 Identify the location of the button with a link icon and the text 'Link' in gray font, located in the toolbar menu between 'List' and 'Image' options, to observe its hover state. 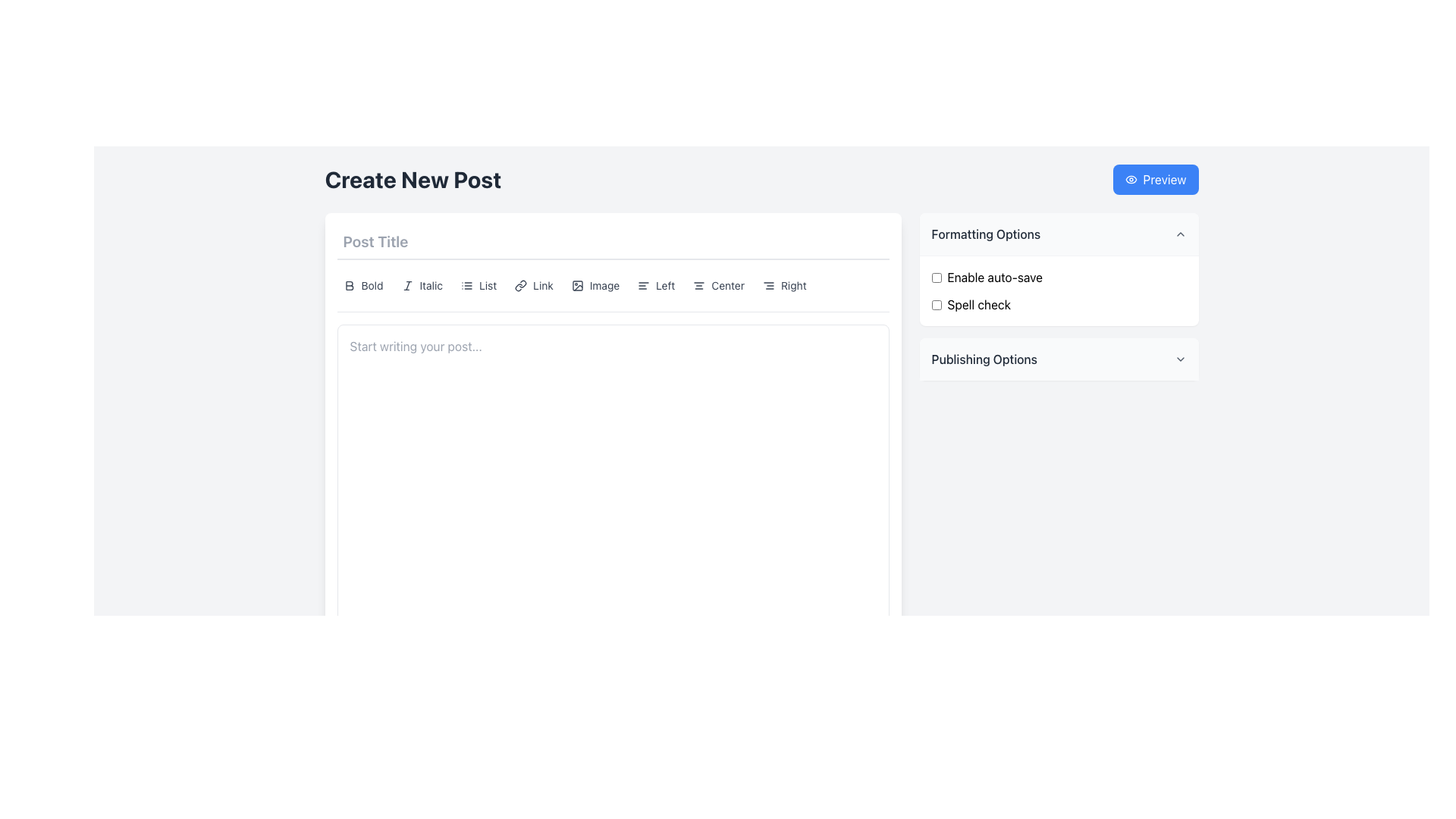
(534, 286).